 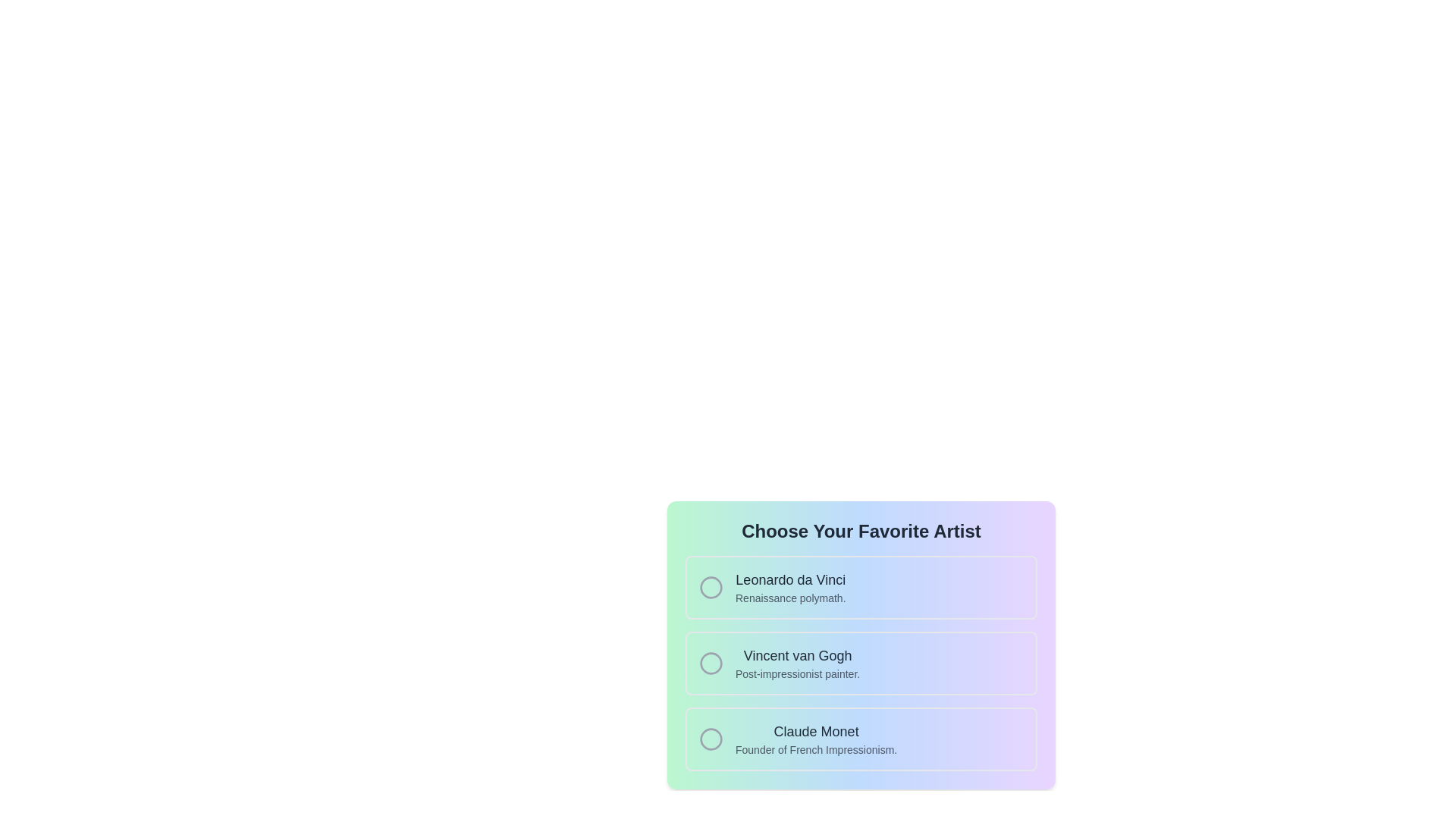 I want to click on information displayed in the text block featuring 'Vincent van Gogh' and 'Post-impressionist painter.', so click(x=797, y=663).